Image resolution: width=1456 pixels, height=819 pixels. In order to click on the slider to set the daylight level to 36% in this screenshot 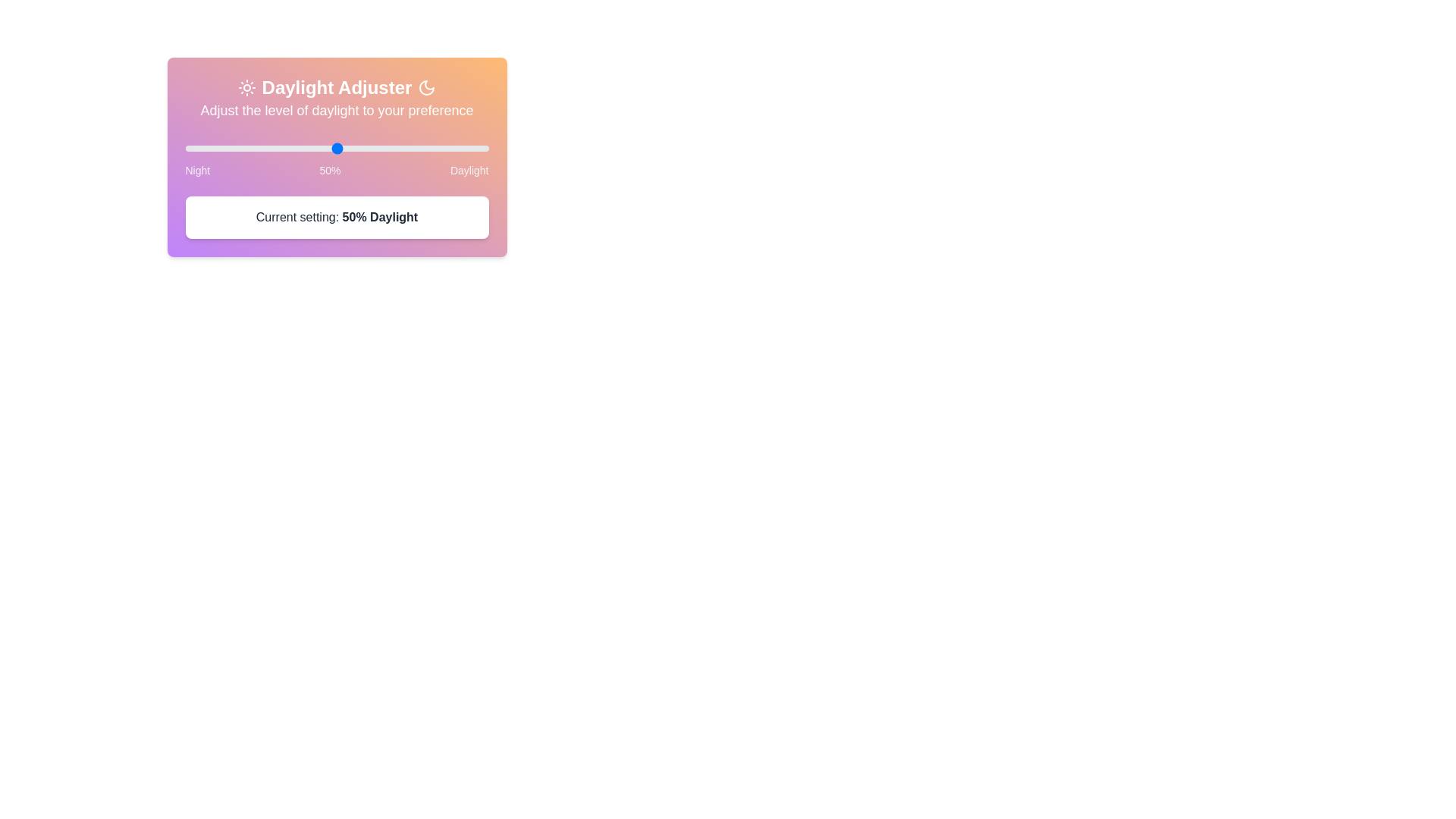, I will do `click(184, 149)`.